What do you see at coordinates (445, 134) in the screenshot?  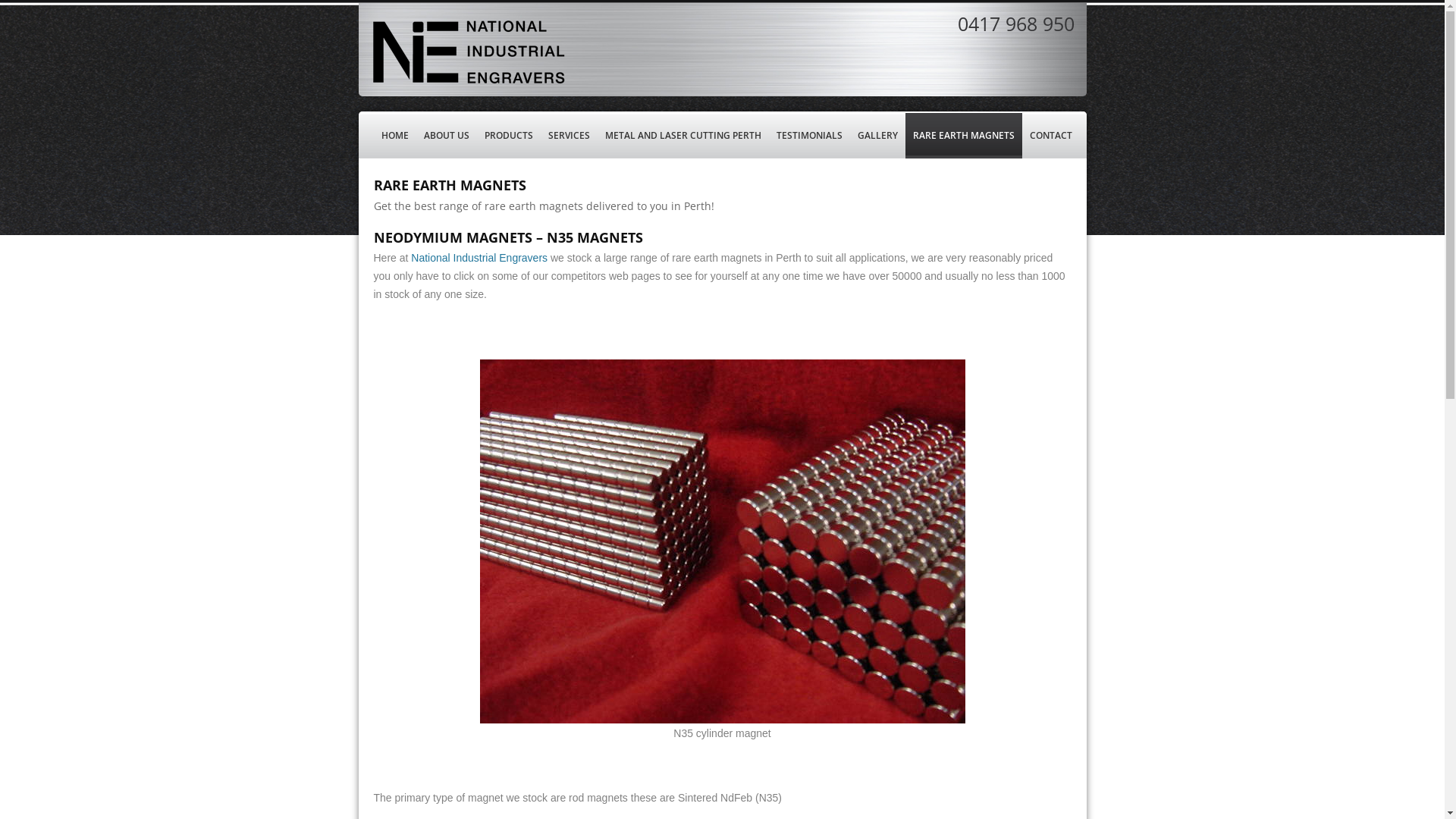 I see `'ABOUT US'` at bounding box center [445, 134].